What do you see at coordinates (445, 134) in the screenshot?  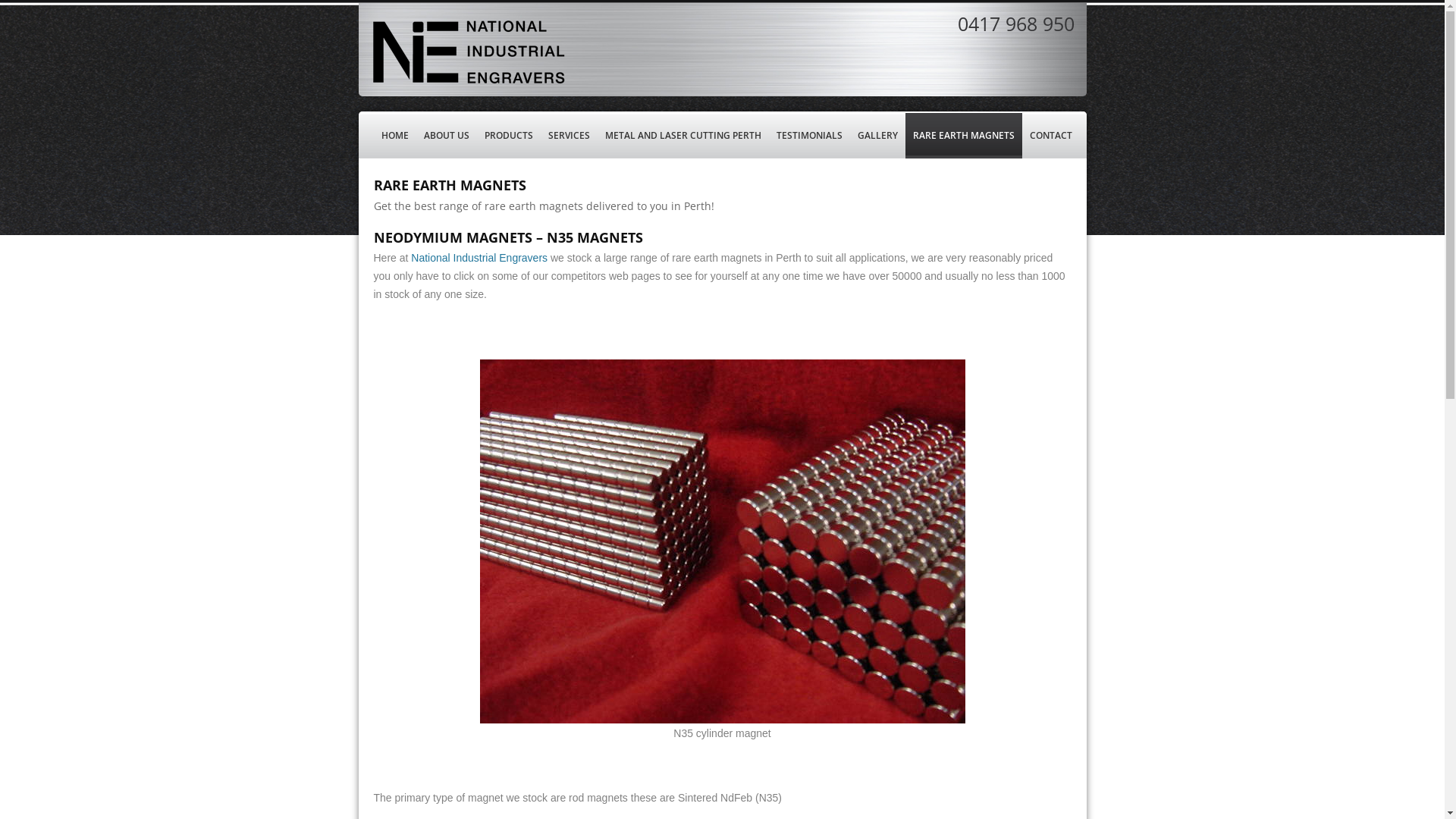 I see `'ABOUT US'` at bounding box center [445, 134].